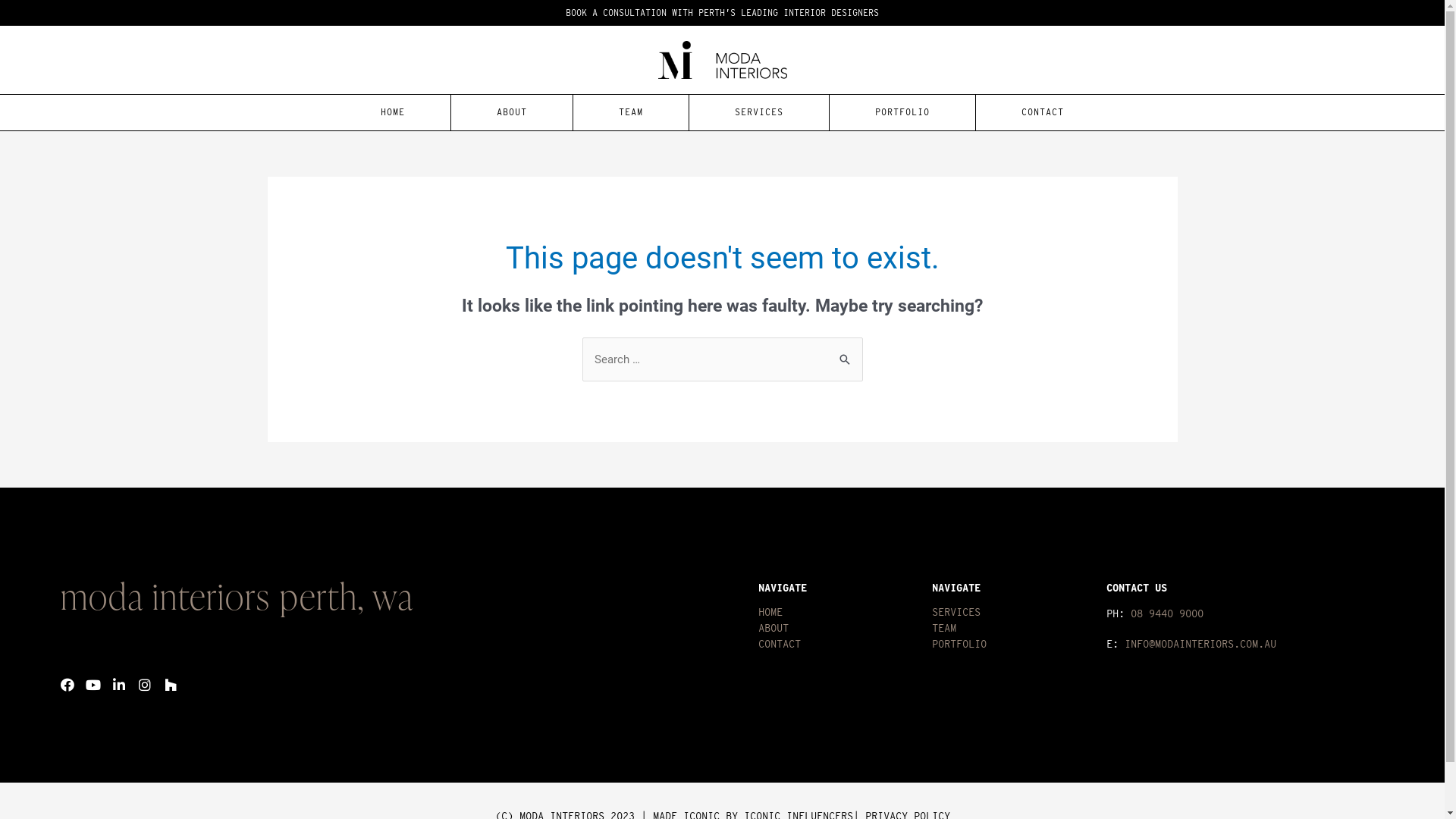  I want to click on 'Houzz', so click(171, 684).